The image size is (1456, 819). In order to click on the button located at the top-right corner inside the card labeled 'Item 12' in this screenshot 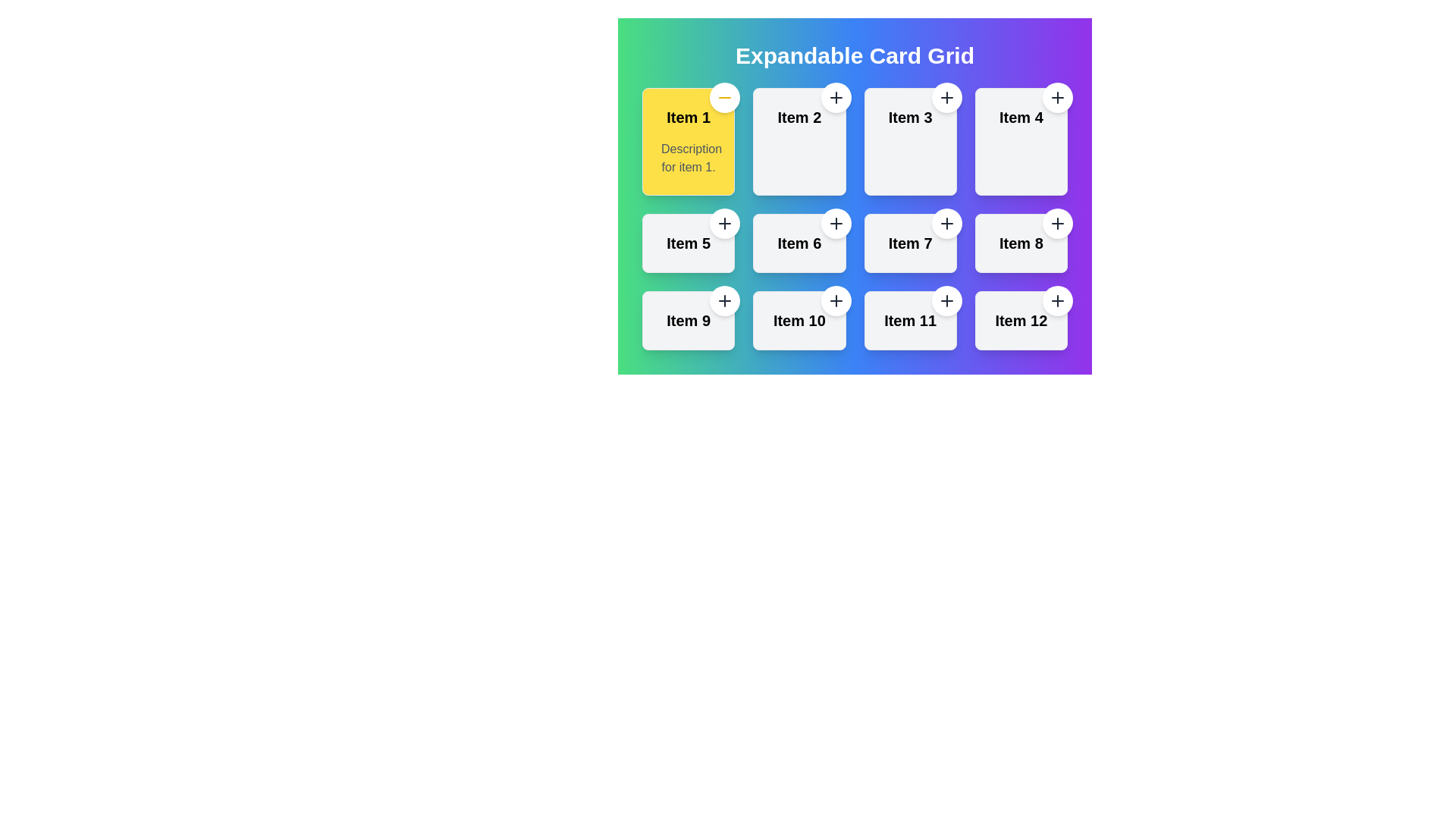, I will do `click(1057, 301)`.